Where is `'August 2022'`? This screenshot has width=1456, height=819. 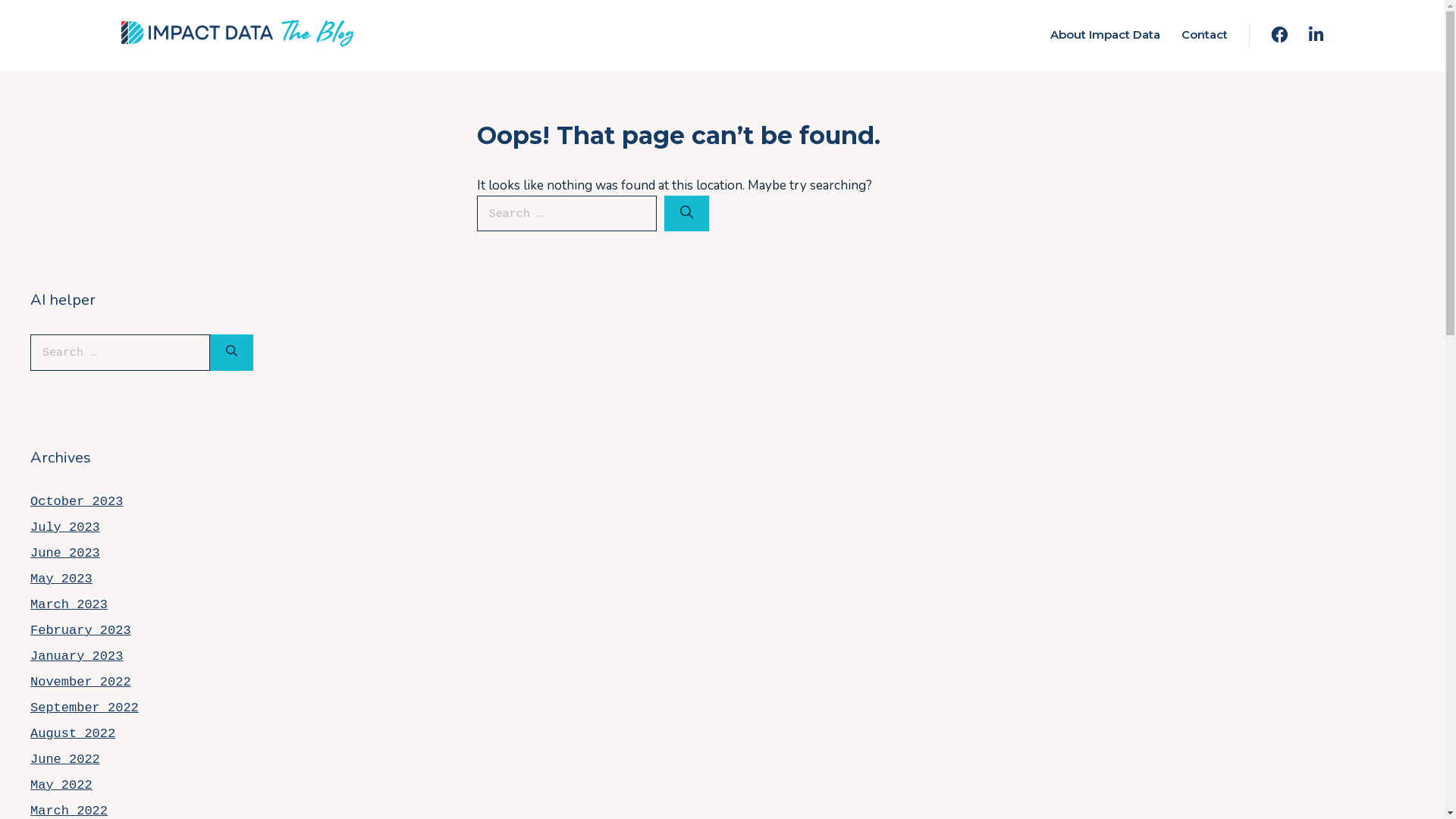
'August 2022' is located at coordinates (30, 733).